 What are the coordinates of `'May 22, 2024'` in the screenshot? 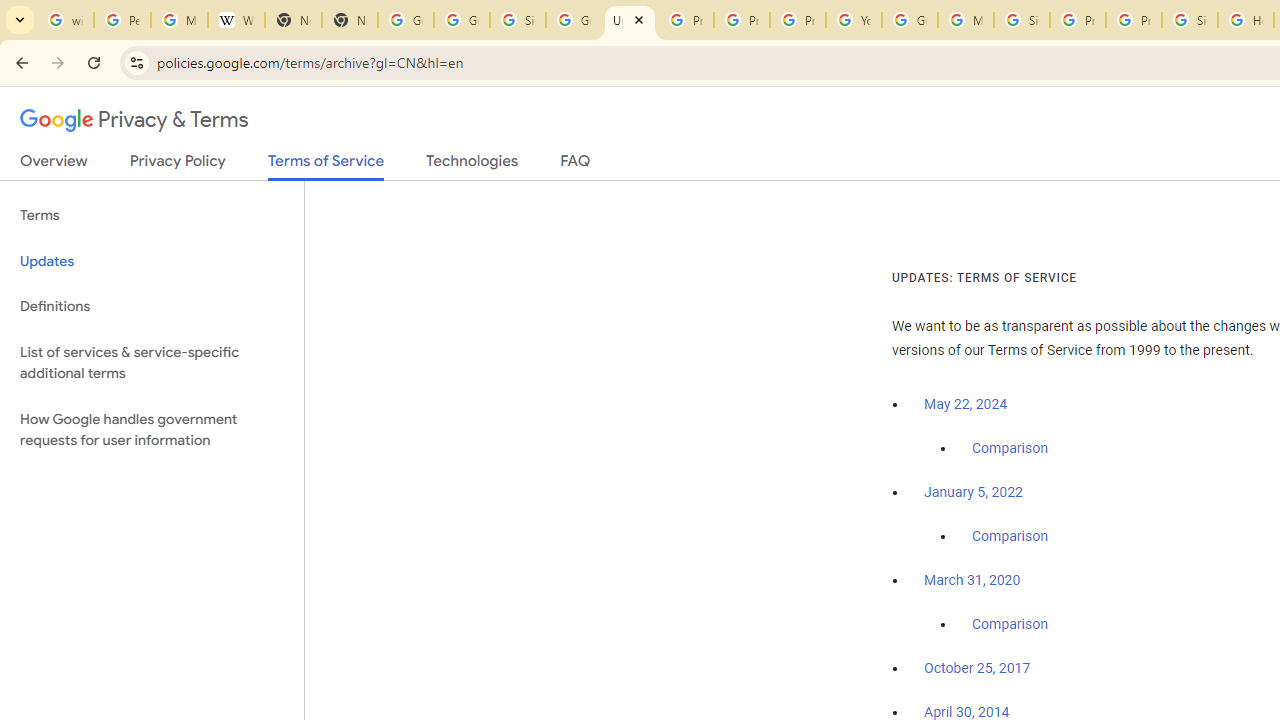 It's located at (966, 405).